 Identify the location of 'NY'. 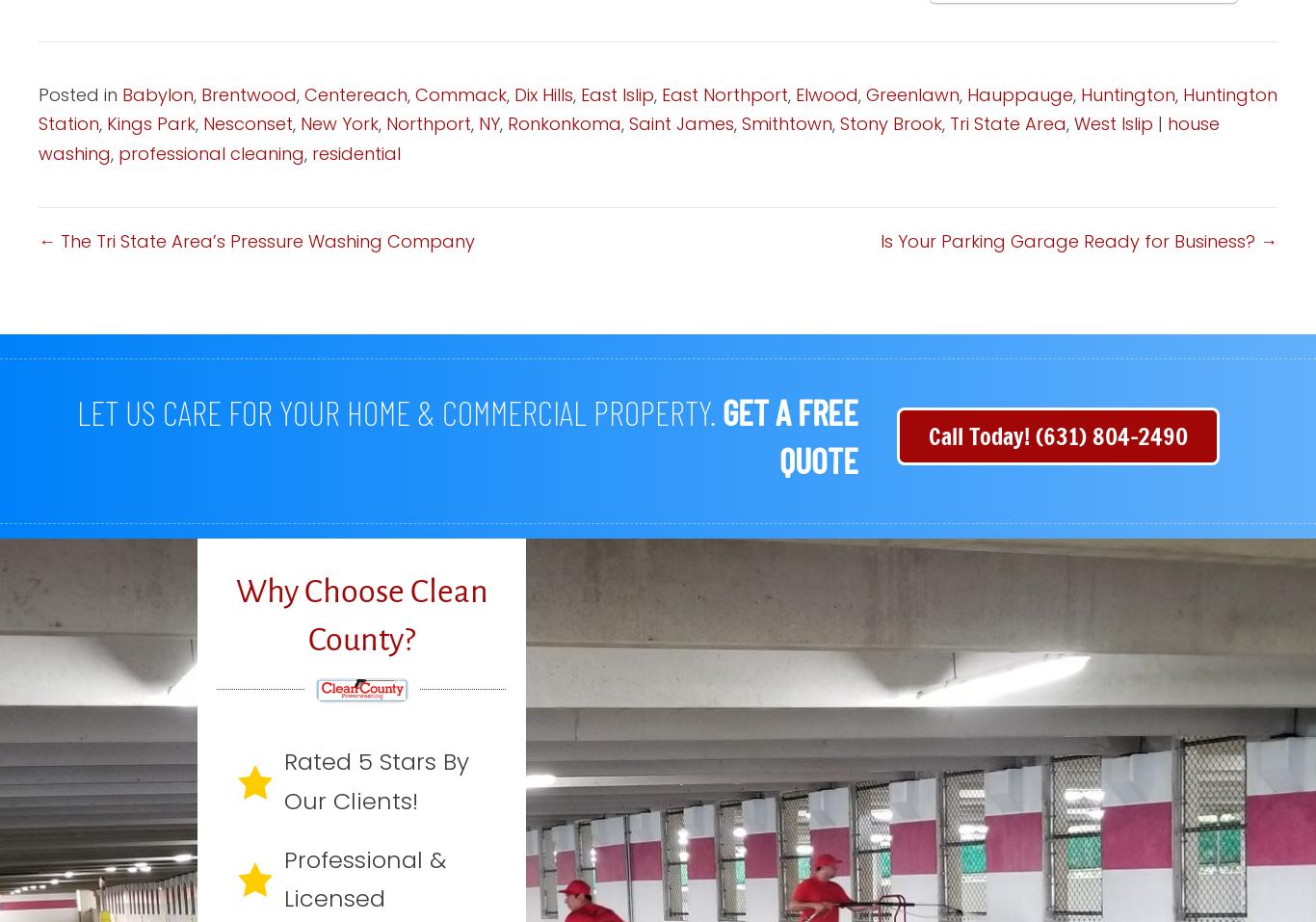
(478, 123).